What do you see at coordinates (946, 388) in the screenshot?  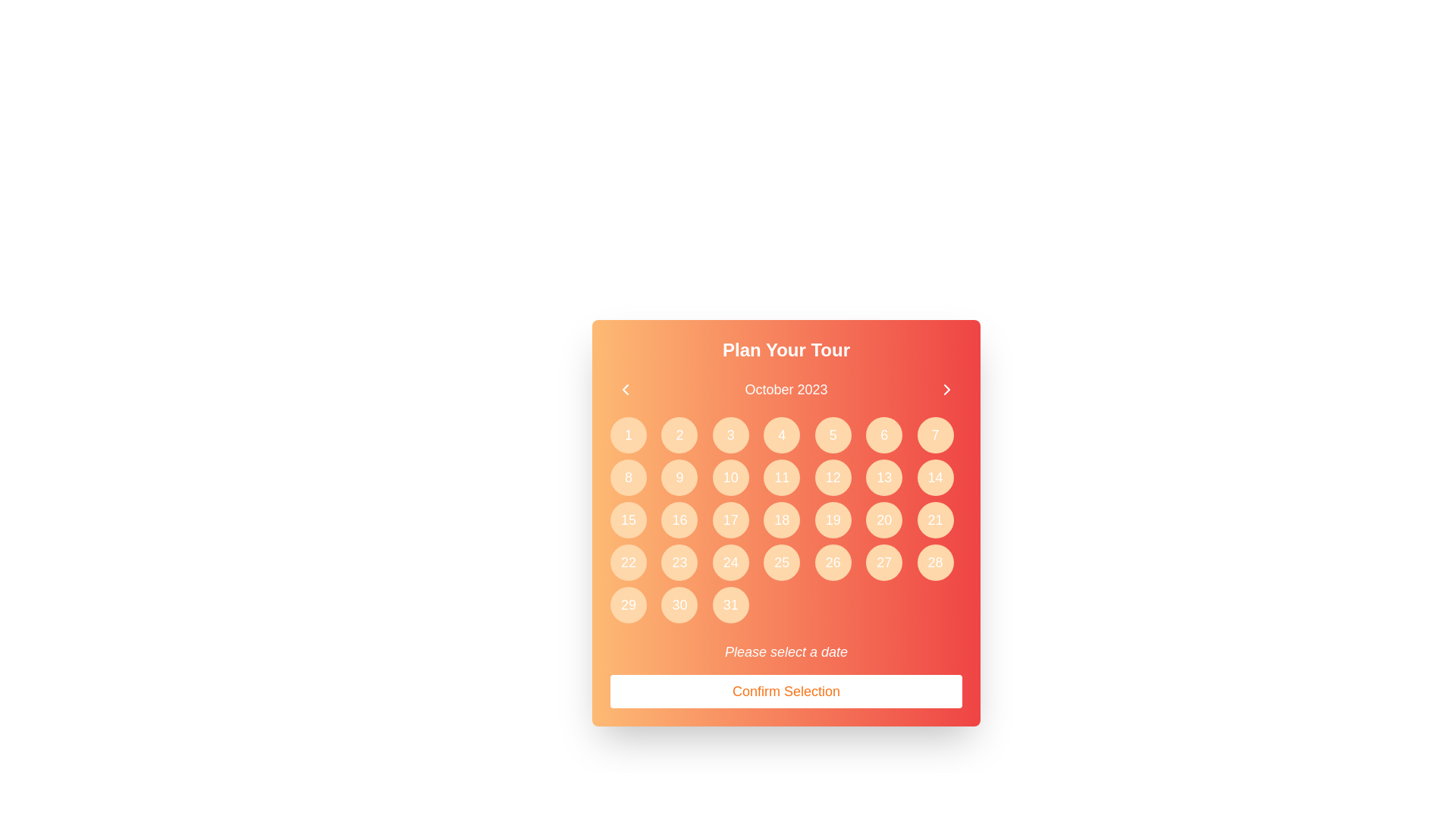 I see `the navigation button located at the far right of the header section displaying 'October 2023'` at bounding box center [946, 388].